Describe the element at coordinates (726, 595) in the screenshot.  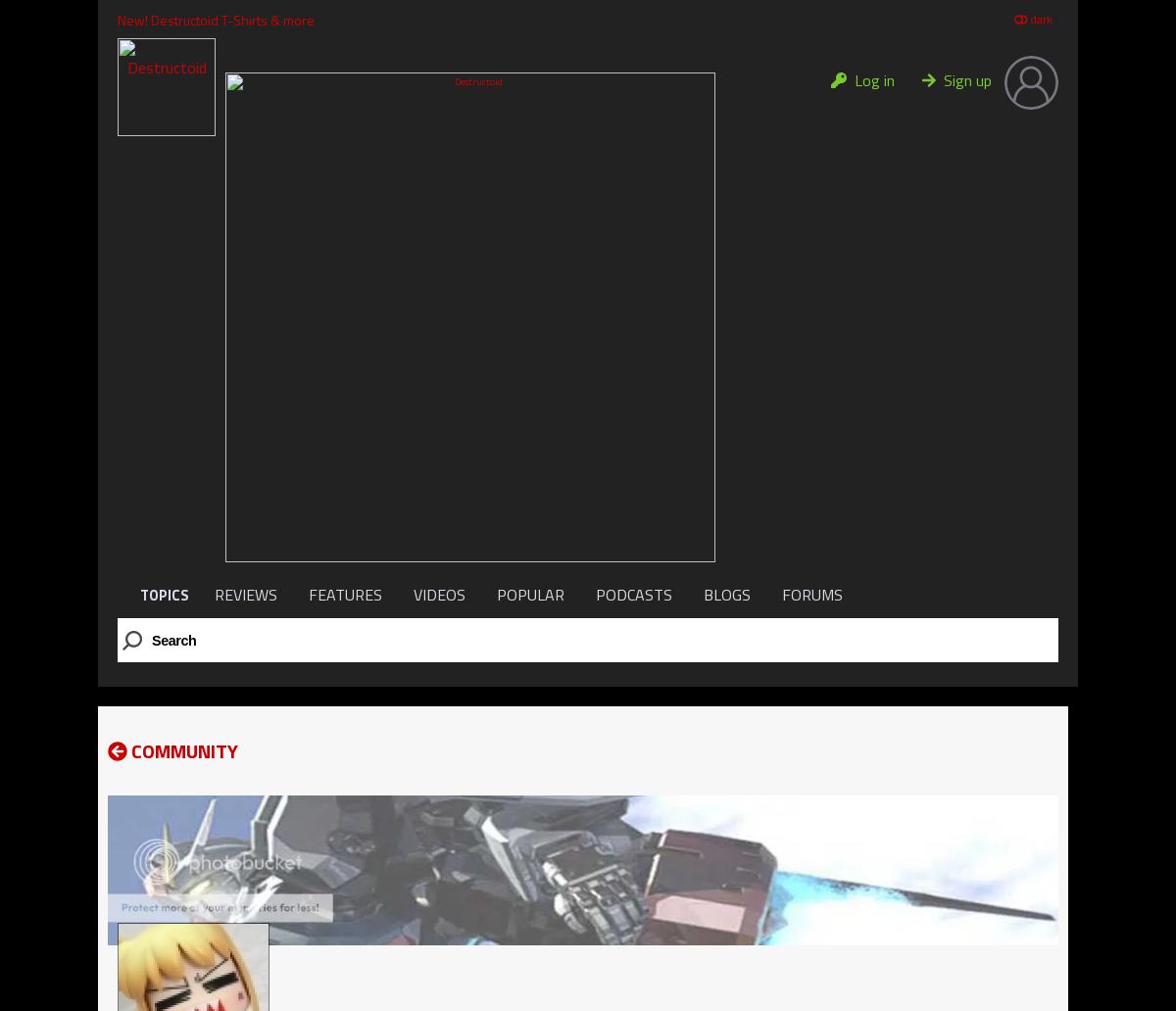
I see `'BLOGS'` at that location.